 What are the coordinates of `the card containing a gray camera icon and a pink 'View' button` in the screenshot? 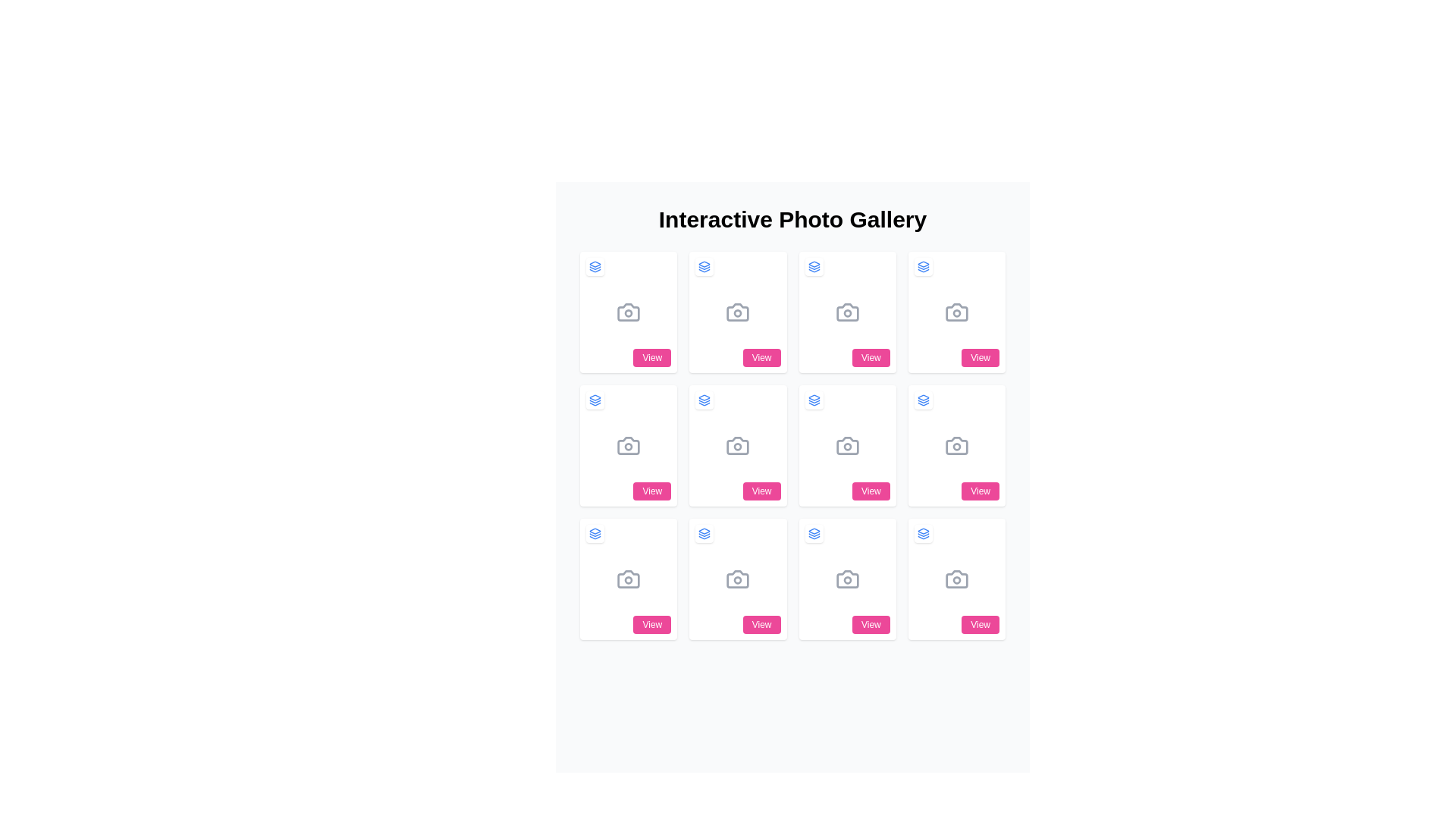 It's located at (629, 444).